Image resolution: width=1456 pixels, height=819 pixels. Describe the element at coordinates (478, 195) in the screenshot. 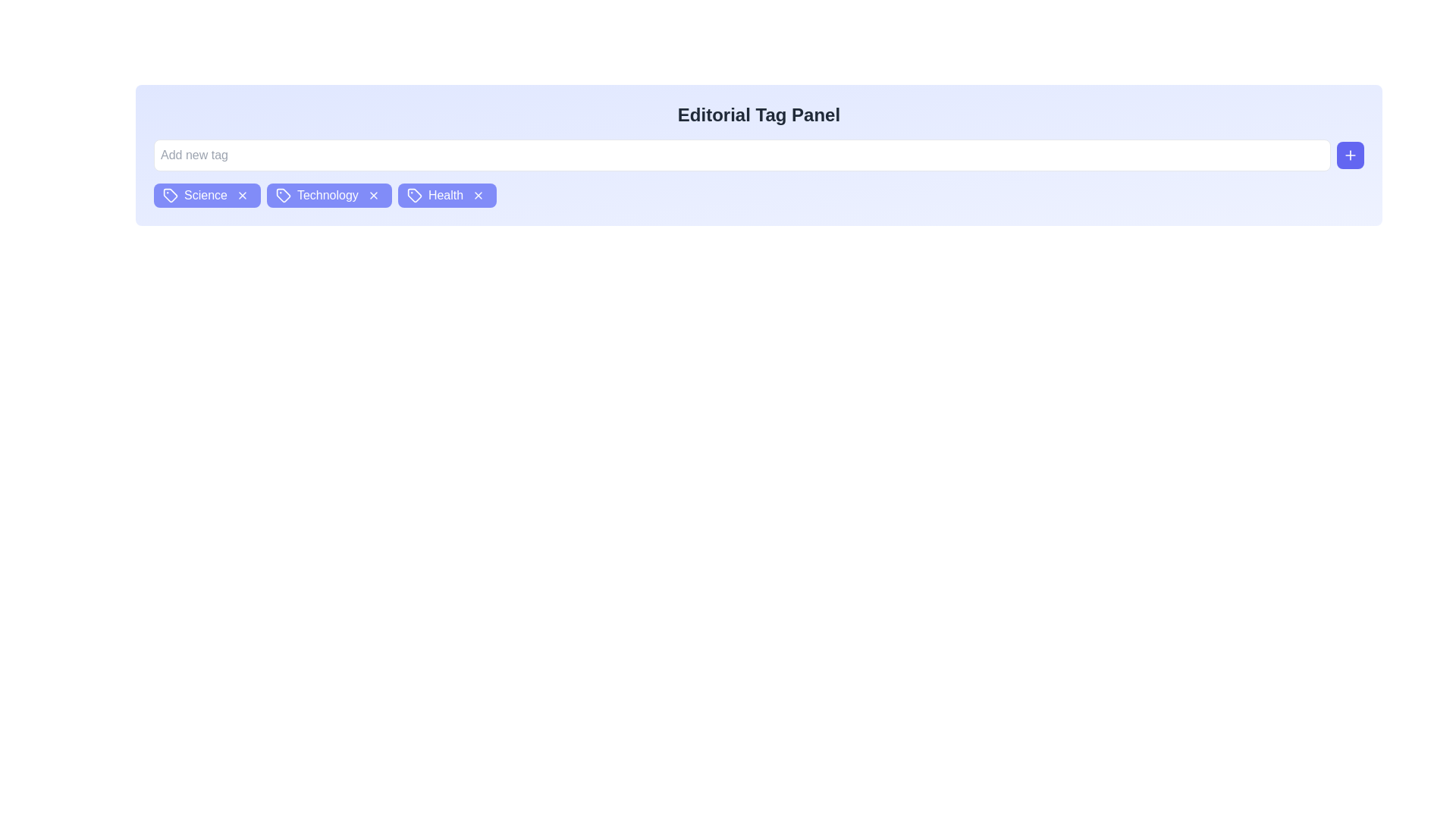

I see `the Close button (cross icon) associated with the 'Health' tag to potentially display a tooltip` at that location.